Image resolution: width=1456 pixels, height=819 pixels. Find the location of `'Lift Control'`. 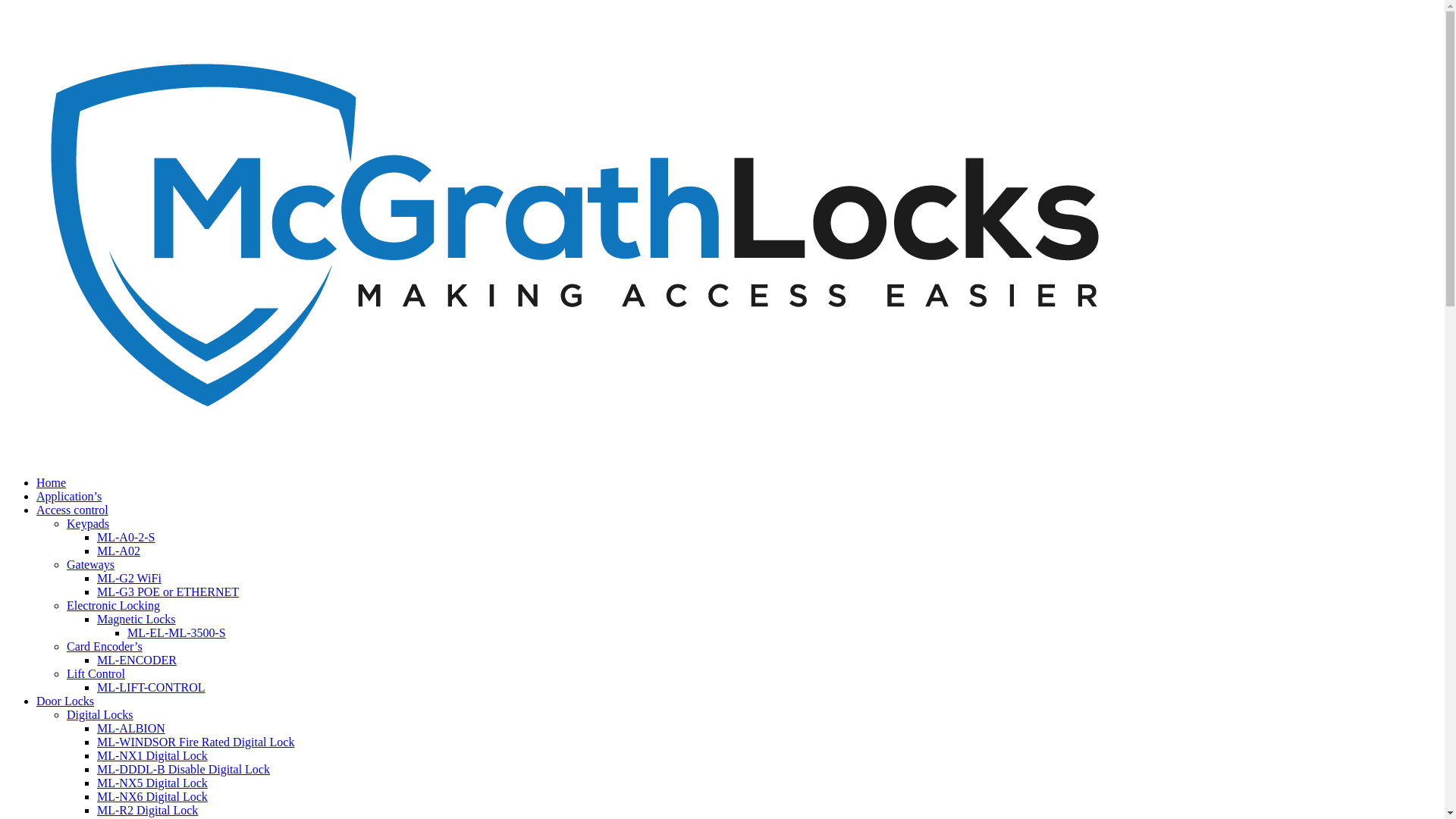

'Lift Control' is located at coordinates (95, 673).